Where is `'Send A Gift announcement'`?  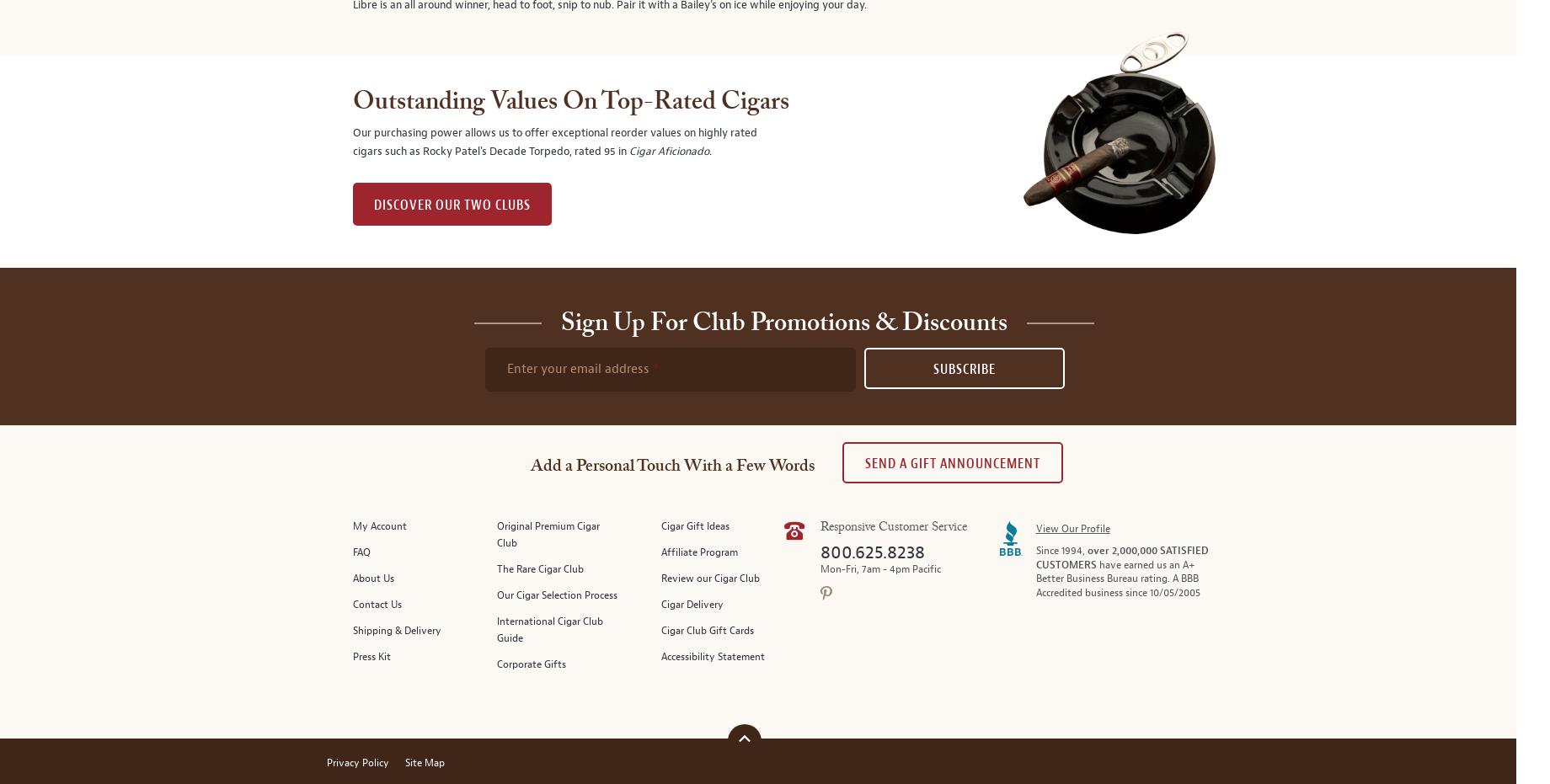 'Send A Gift announcement' is located at coordinates (952, 462).